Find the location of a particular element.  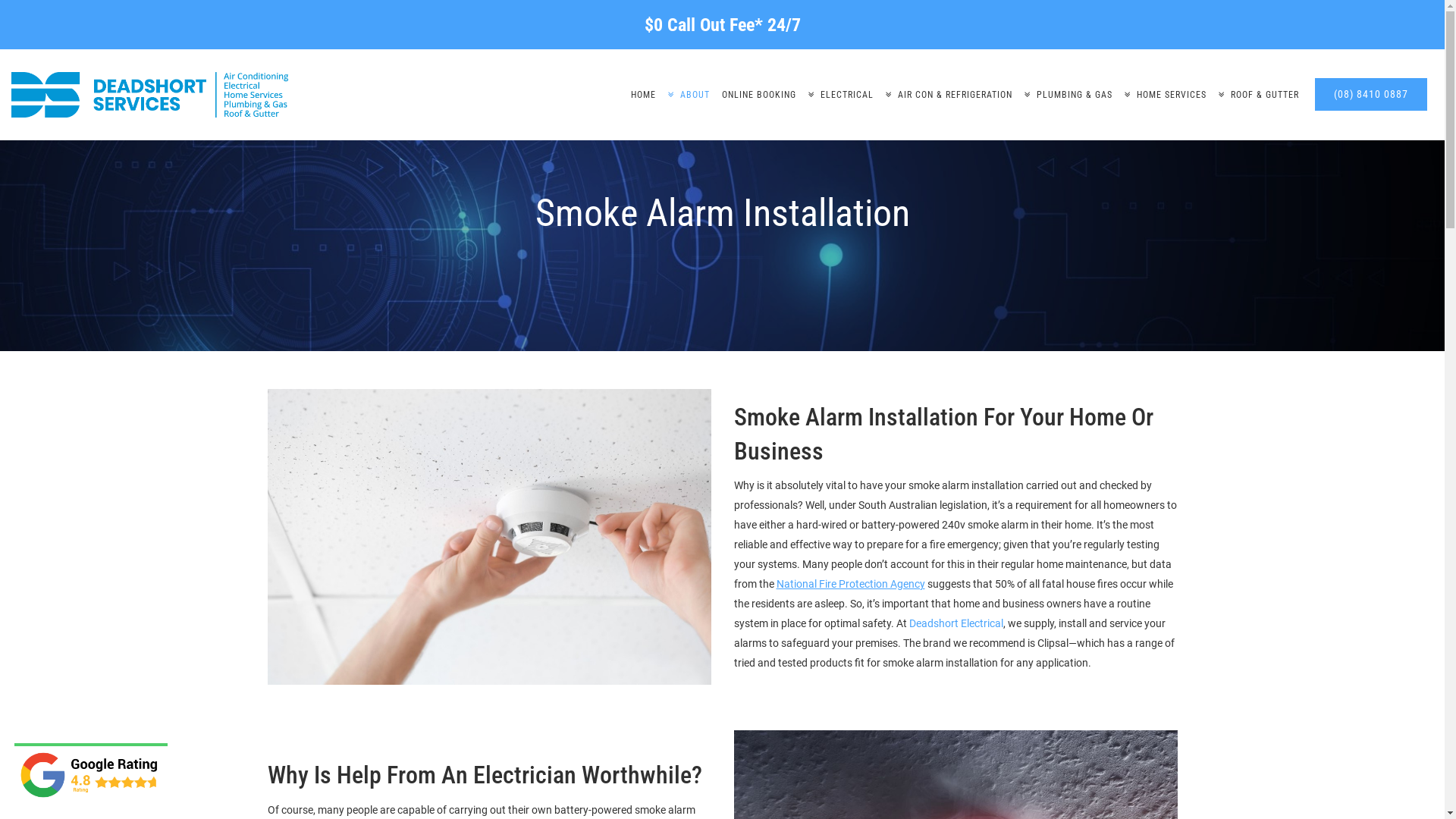

'ROOF & GUTTER' is located at coordinates (1259, 94).